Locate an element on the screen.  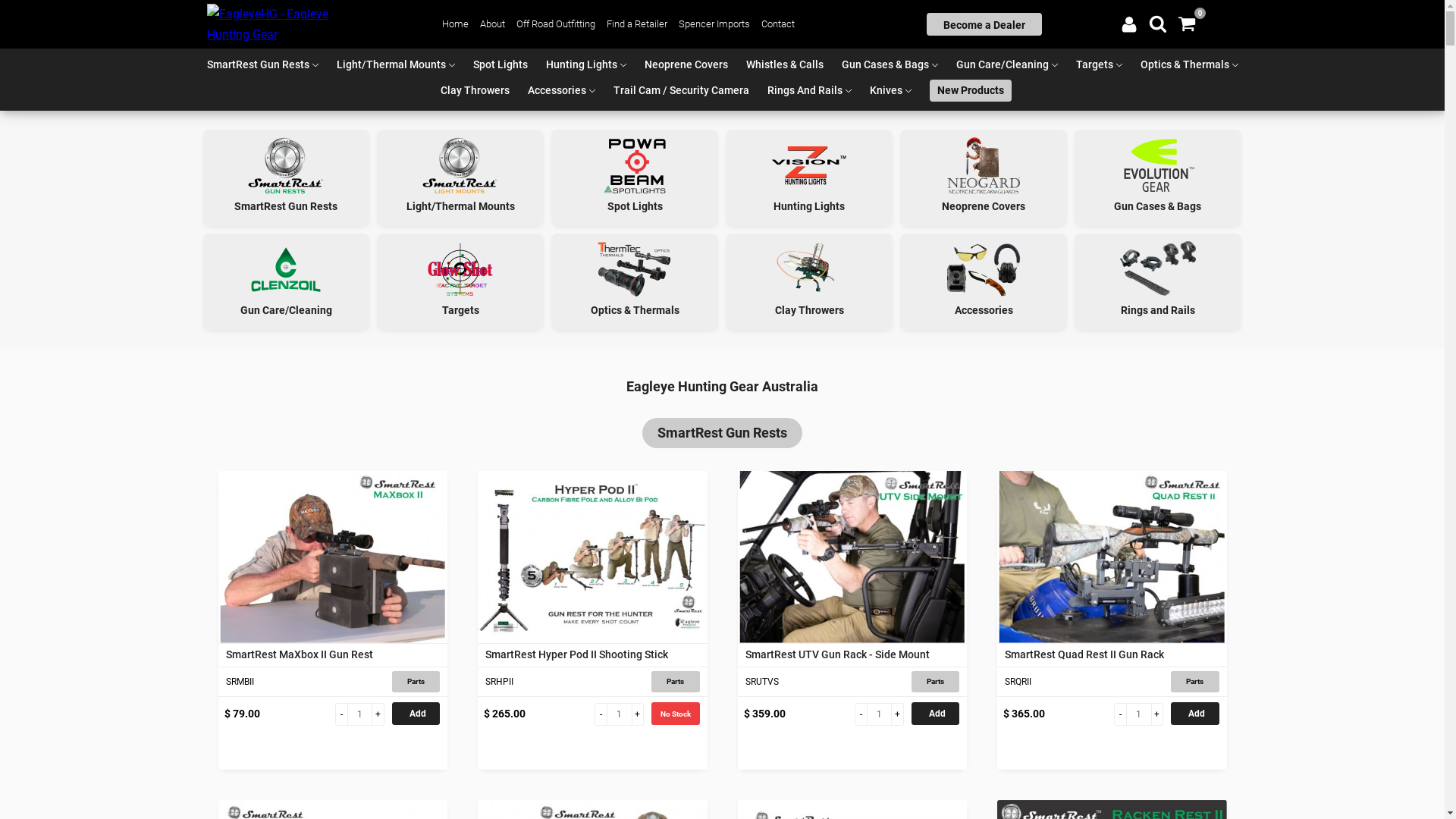
'Trail Cam / Security Camera' is located at coordinates (680, 90).